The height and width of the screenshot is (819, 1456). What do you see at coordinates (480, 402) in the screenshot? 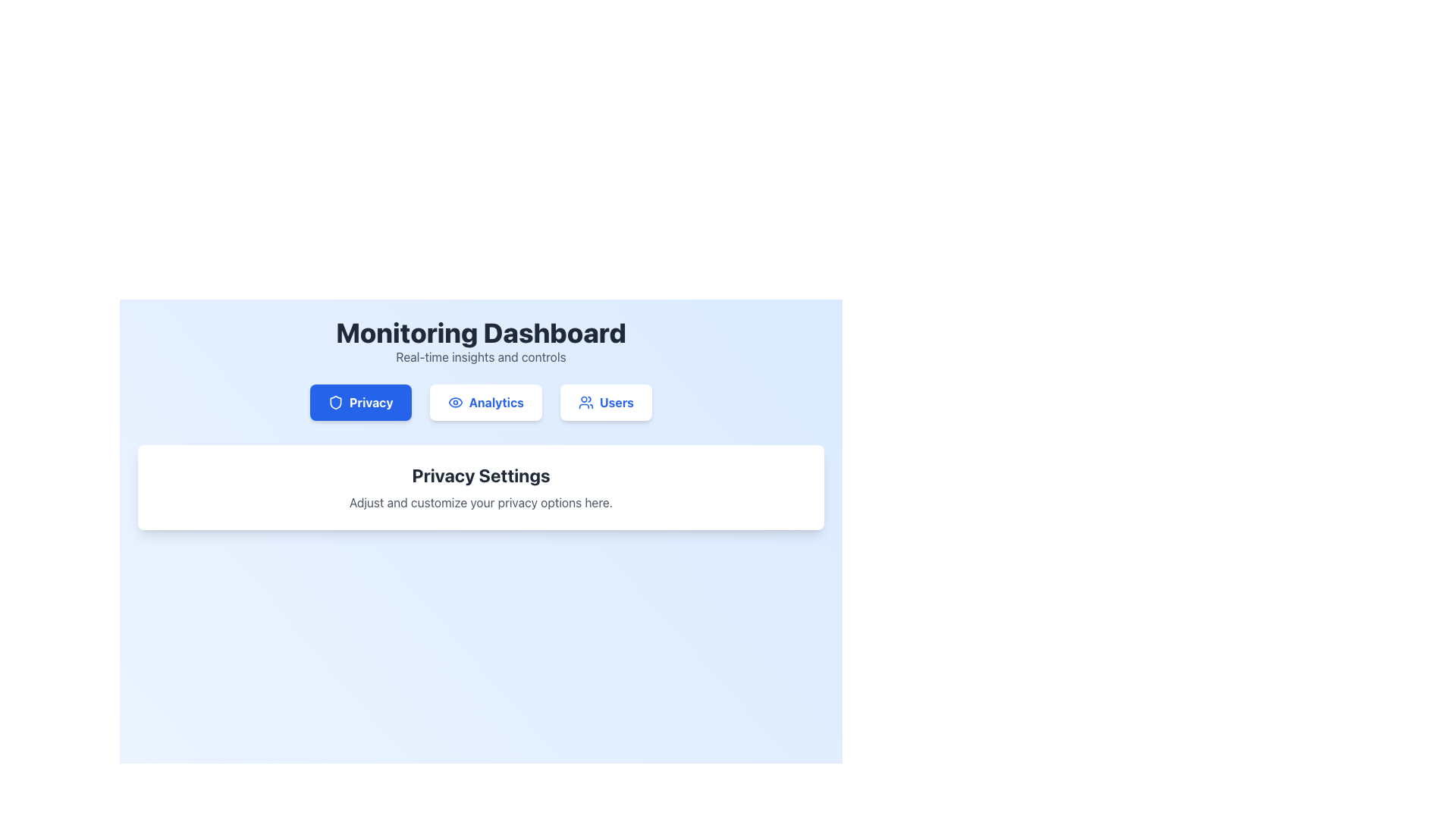
I see `the 'Analytics' button in the Horizontal Navigation Bar, which is a horizontally-aligned row of three buttons labeled 'Privacy', 'Analytics', and 'Users'` at bounding box center [480, 402].